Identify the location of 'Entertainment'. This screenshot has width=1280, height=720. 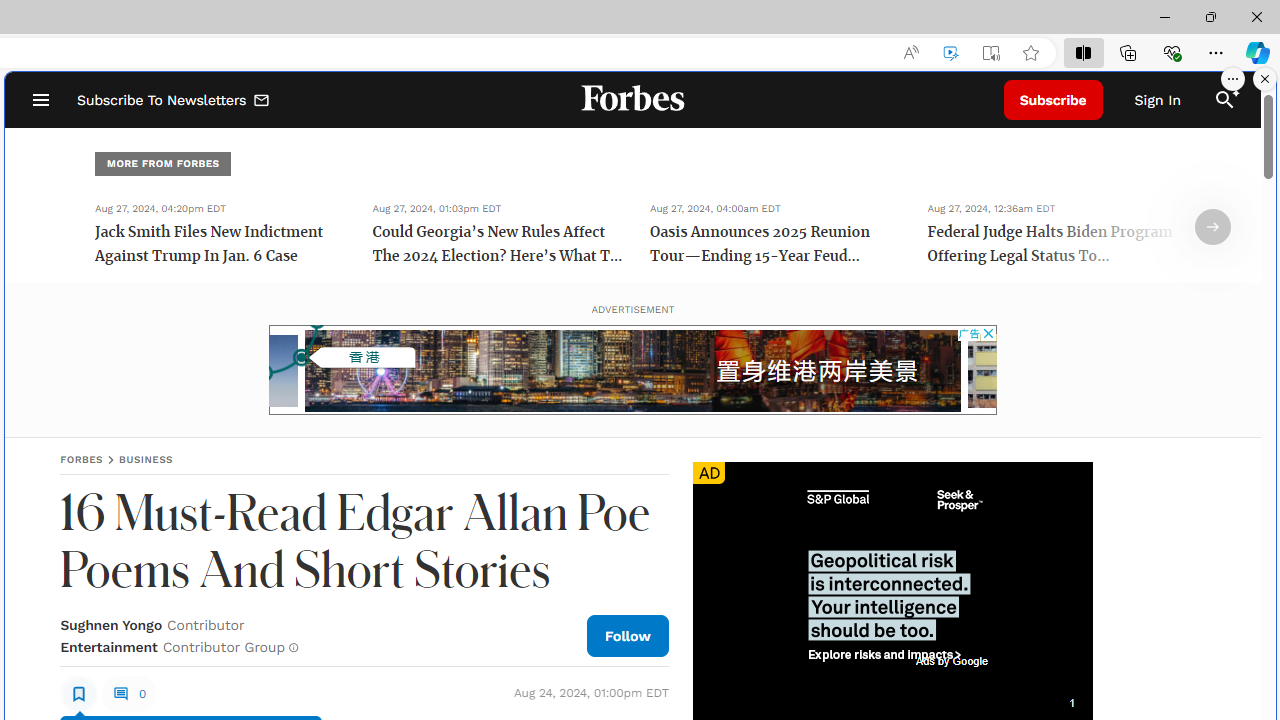
(107, 646).